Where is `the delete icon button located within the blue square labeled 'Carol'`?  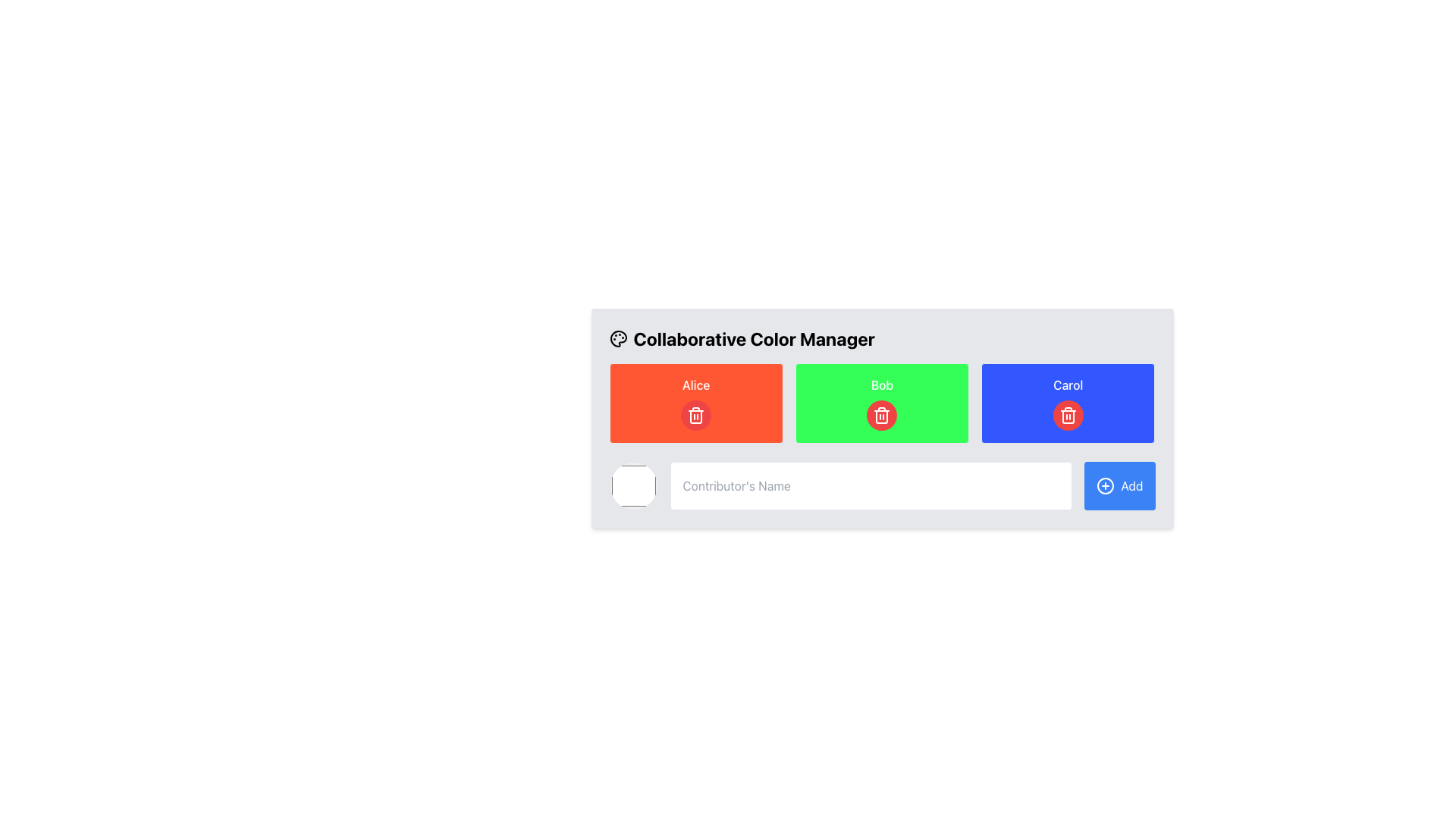
the delete icon button located within the blue square labeled 'Carol' is located at coordinates (1067, 415).